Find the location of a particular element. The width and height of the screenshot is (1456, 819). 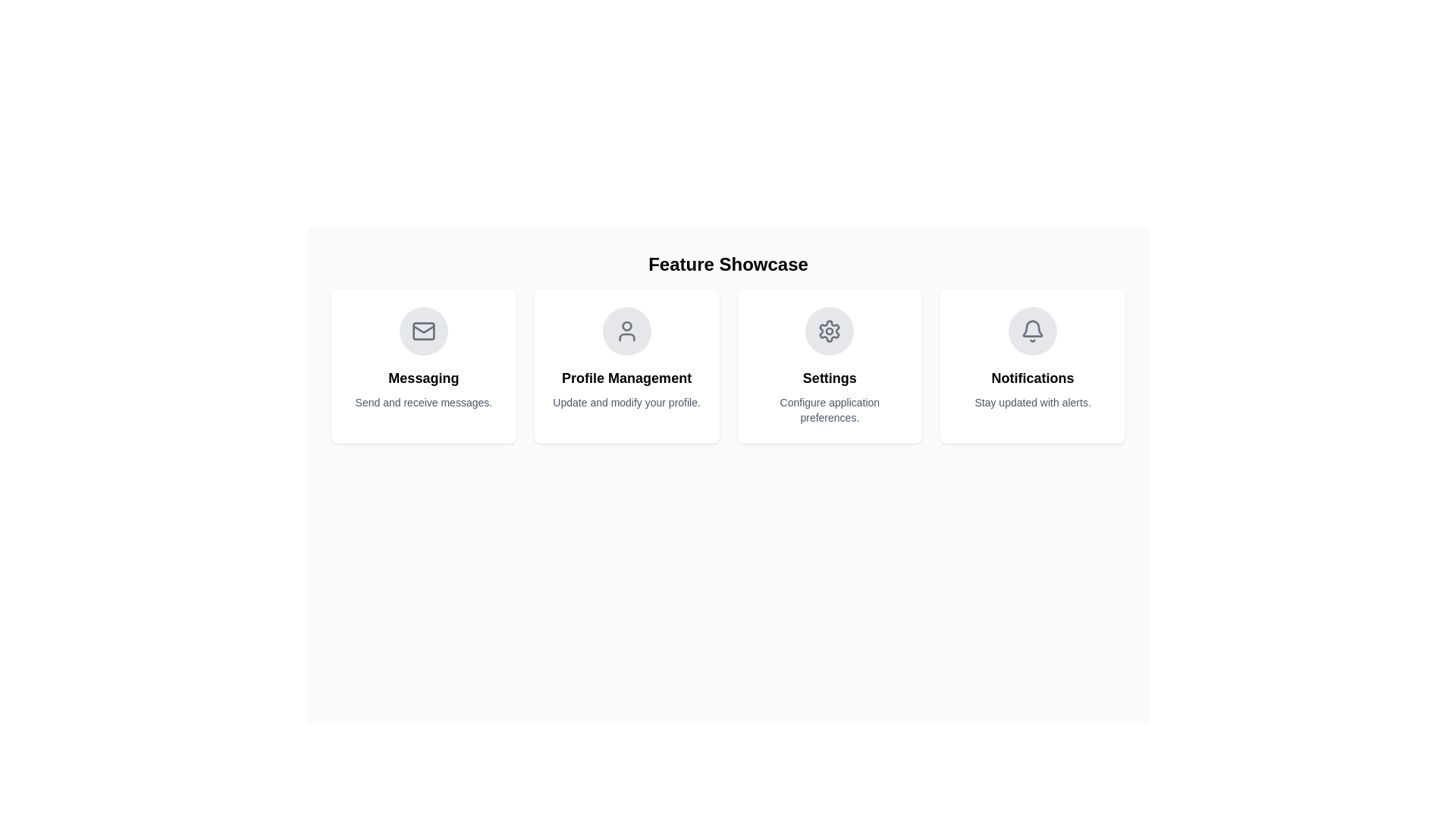

the settings icon button is located at coordinates (829, 330).